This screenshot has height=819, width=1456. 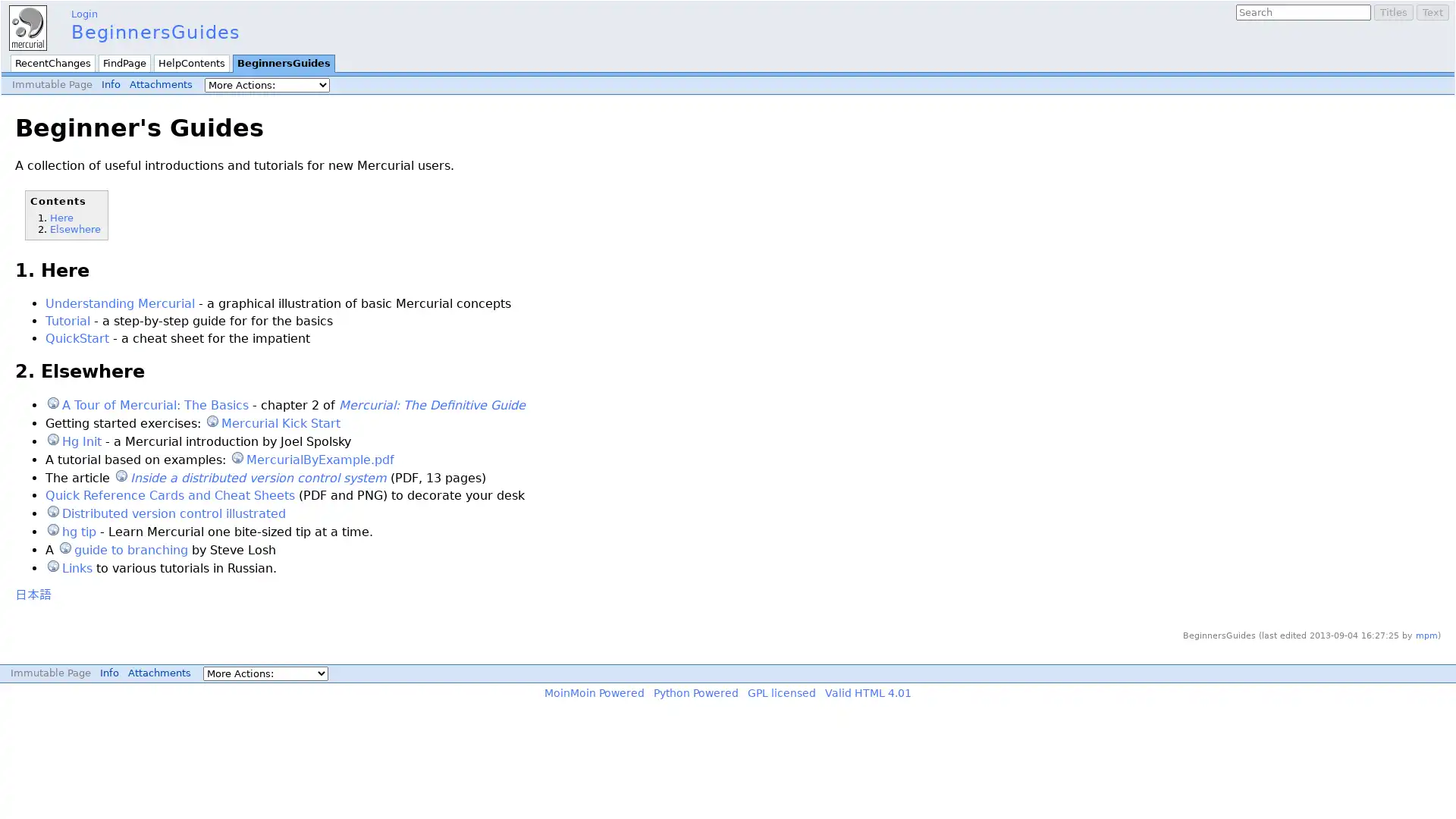 I want to click on Titles, so click(x=1394, y=12).